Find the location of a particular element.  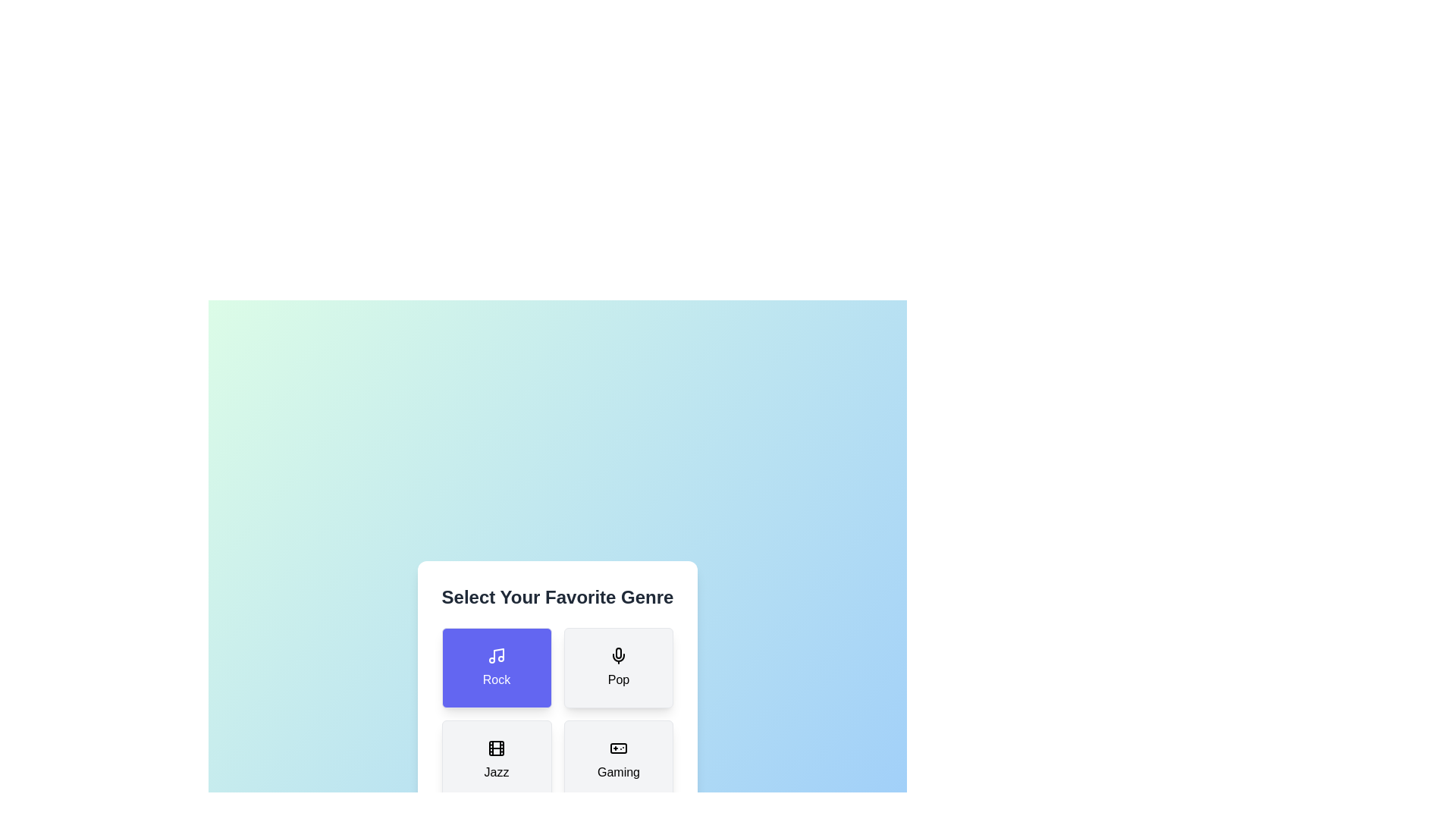

the button corresponding to the pop genre is located at coordinates (619, 667).